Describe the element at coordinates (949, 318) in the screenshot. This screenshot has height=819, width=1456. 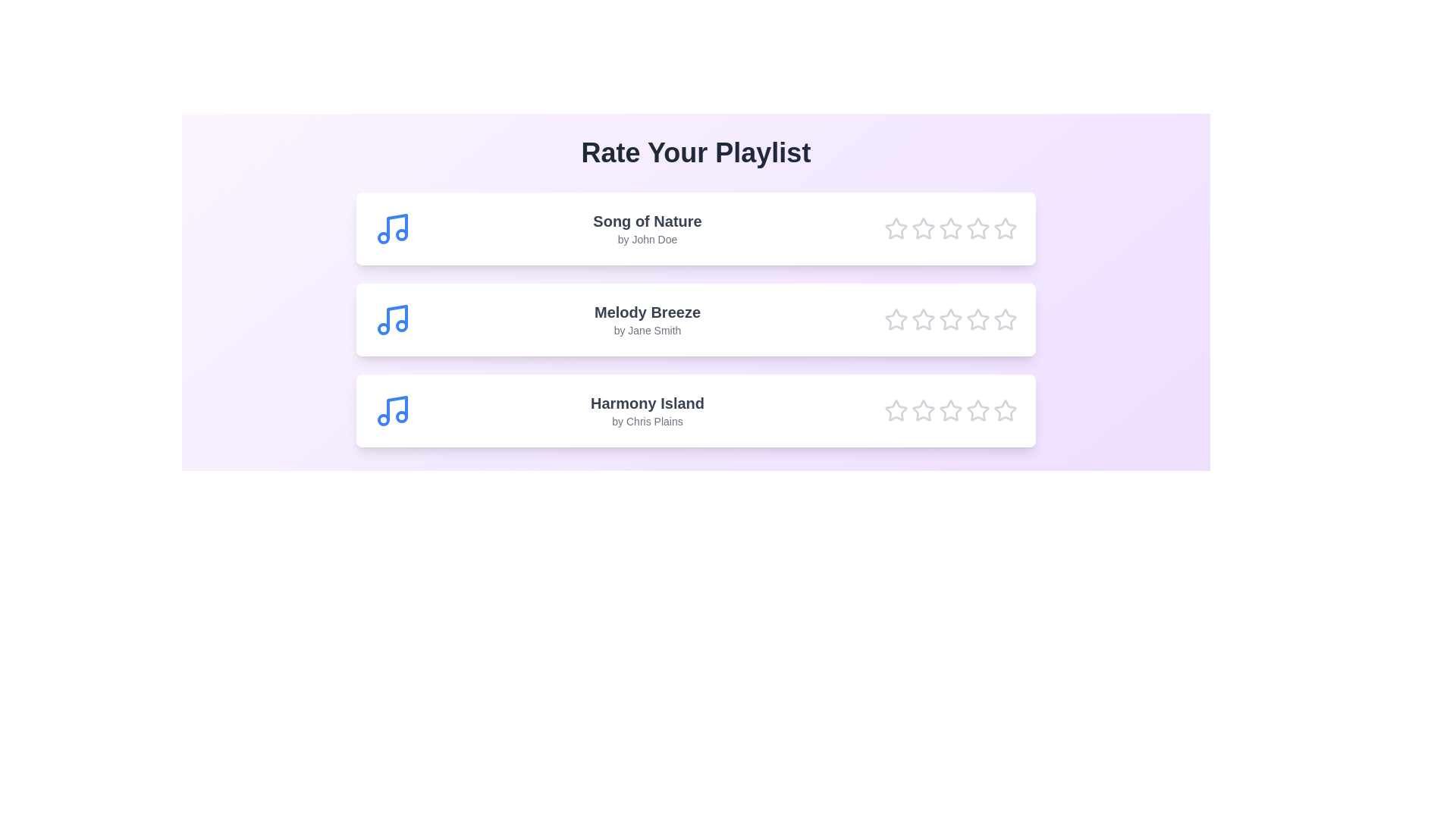
I see `the star corresponding to 3 for the song Melody Breeze` at that location.